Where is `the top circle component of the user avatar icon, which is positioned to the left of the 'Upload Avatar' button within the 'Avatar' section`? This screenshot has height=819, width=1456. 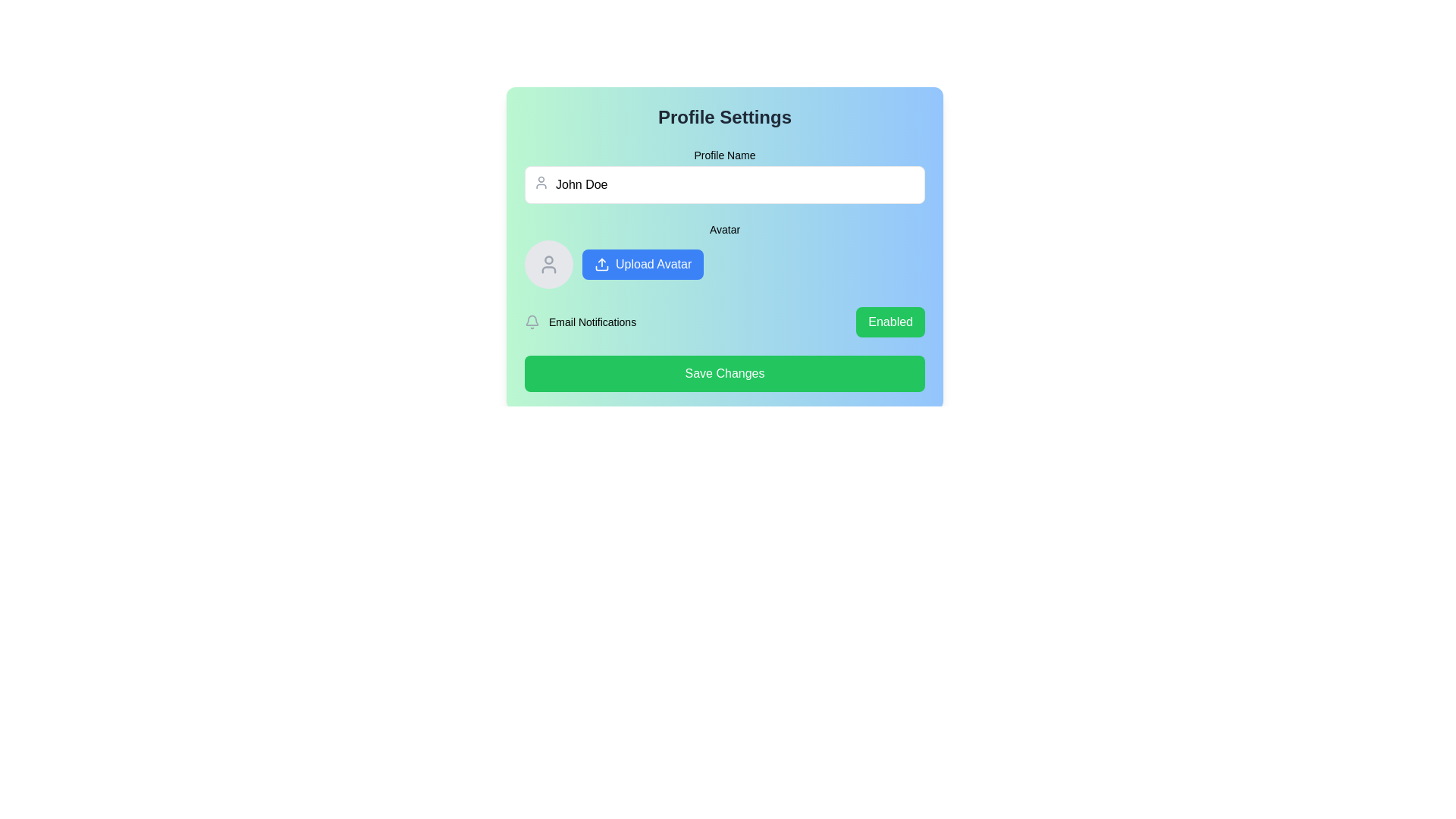 the top circle component of the user avatar icon, which is positioned to the left of the 'Upload Avatar' button within the 'Avatar' section is located at coordinates (548, 259).